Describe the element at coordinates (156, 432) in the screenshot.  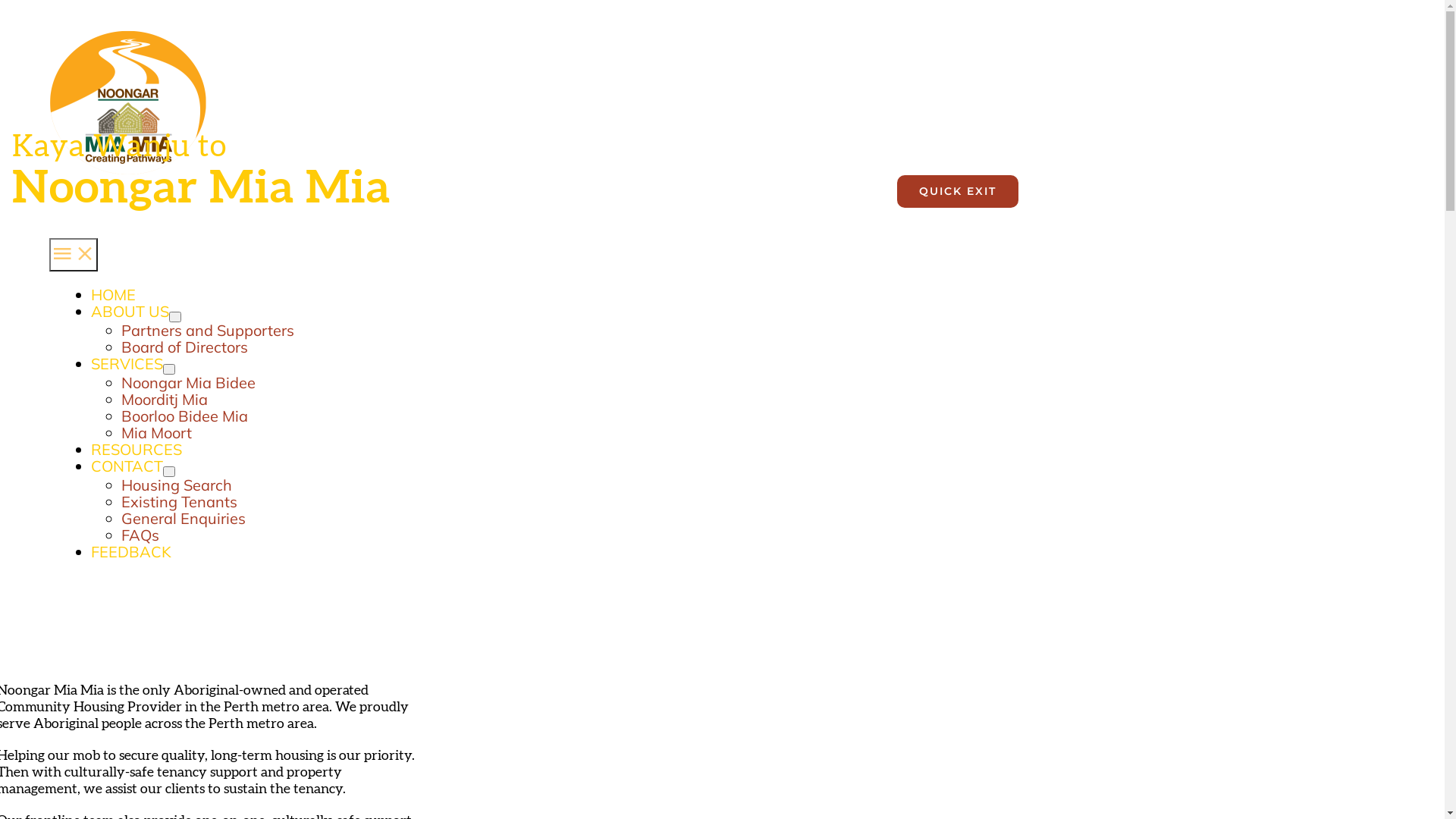
I see `'Mia Moort'` at that location.